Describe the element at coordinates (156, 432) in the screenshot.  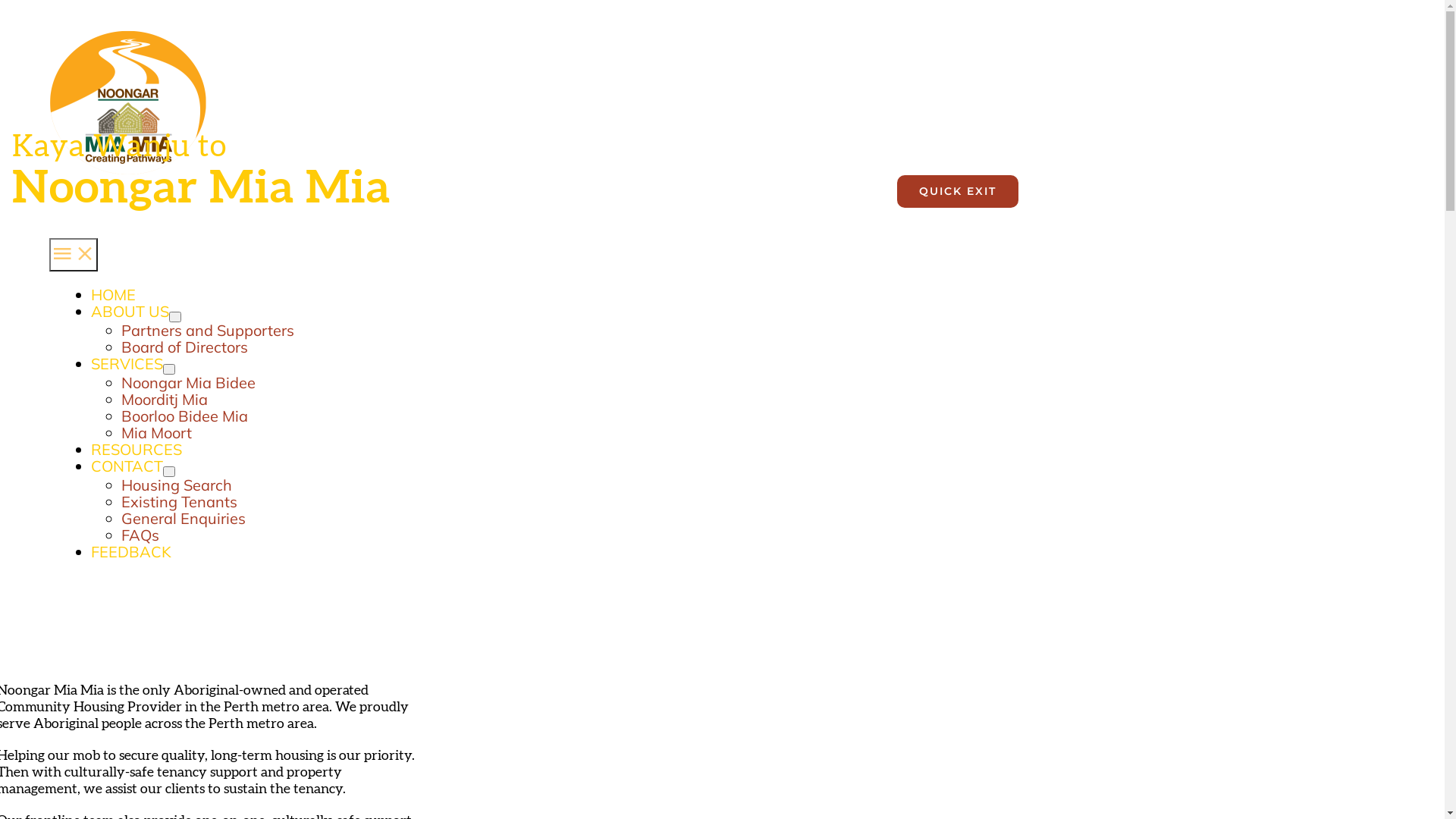
I see `'Mia Moort'` at that location.